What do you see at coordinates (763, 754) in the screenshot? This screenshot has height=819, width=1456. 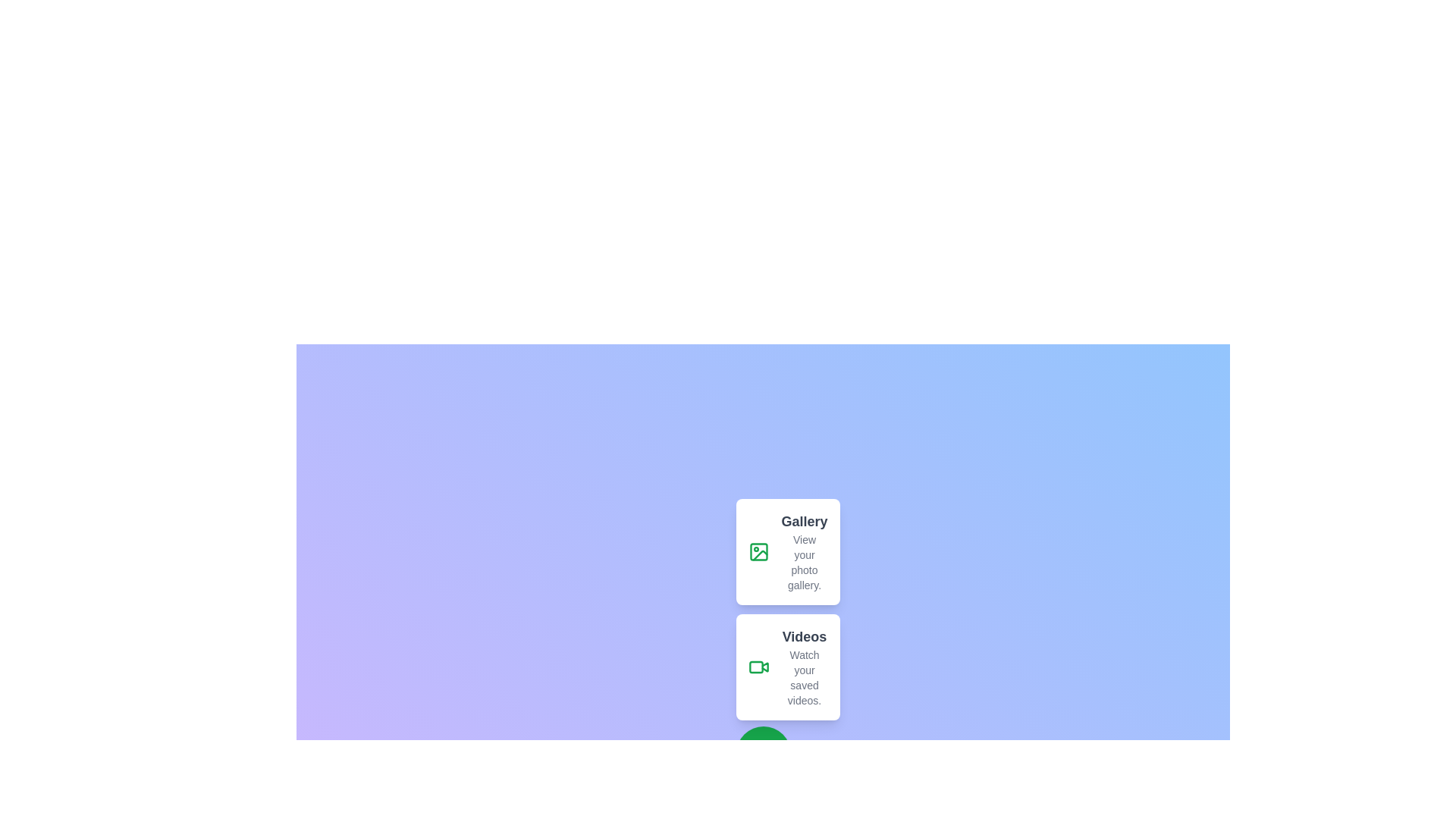 I see `the toggle button to open or close the menu` at bounding box center [763, 754].